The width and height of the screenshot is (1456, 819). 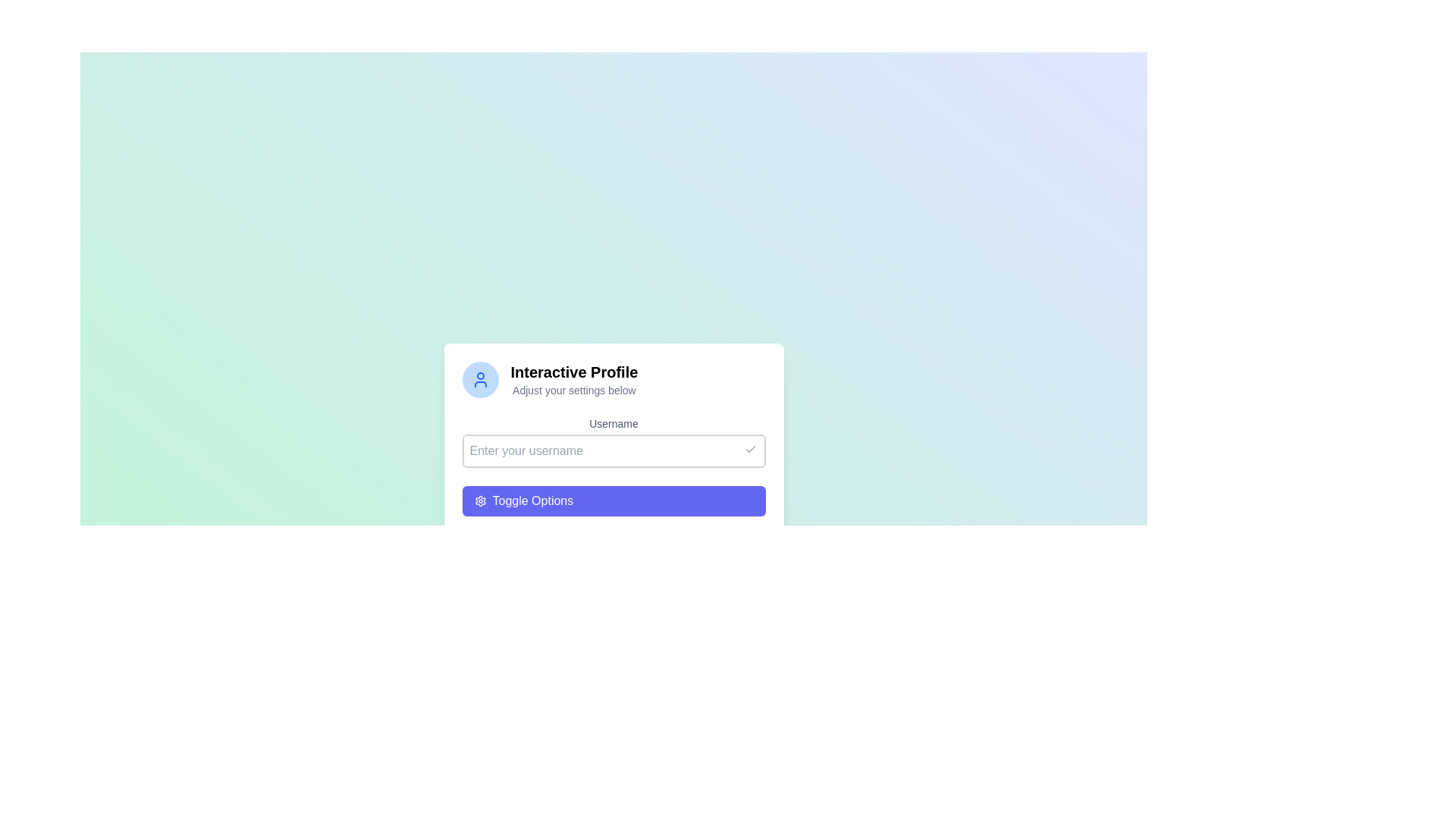 I want to click on the user profile silhouette icon, which is a blue outlined SVG icon with a light blue background, located at the top-left of the content card above the text 'Interactive Profile.', so click(x=479, y=379).